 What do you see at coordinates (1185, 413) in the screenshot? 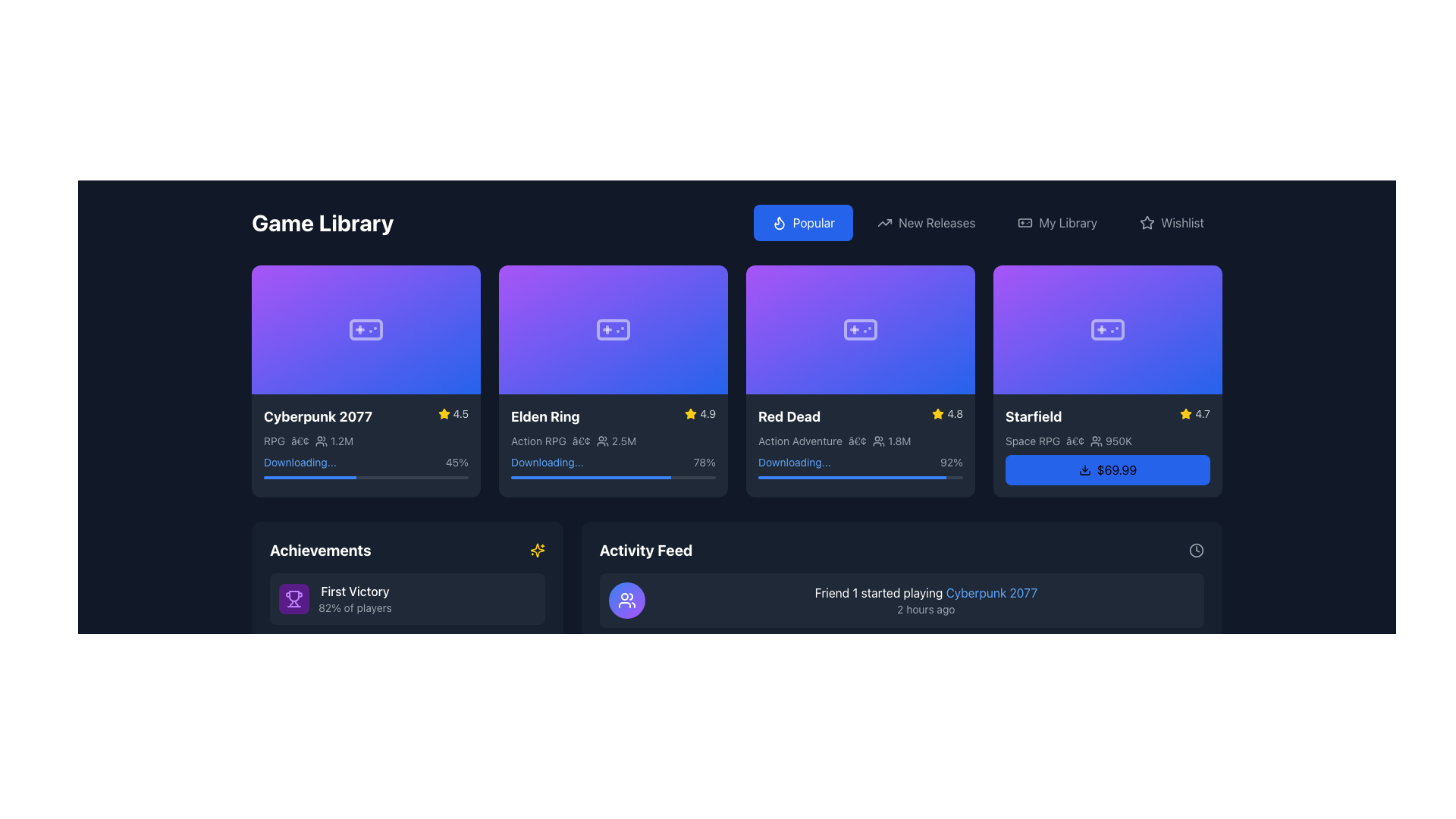
I see `the star-shaped rating indicator for the game 'Starfield'` at bounding box center [1185, 413].